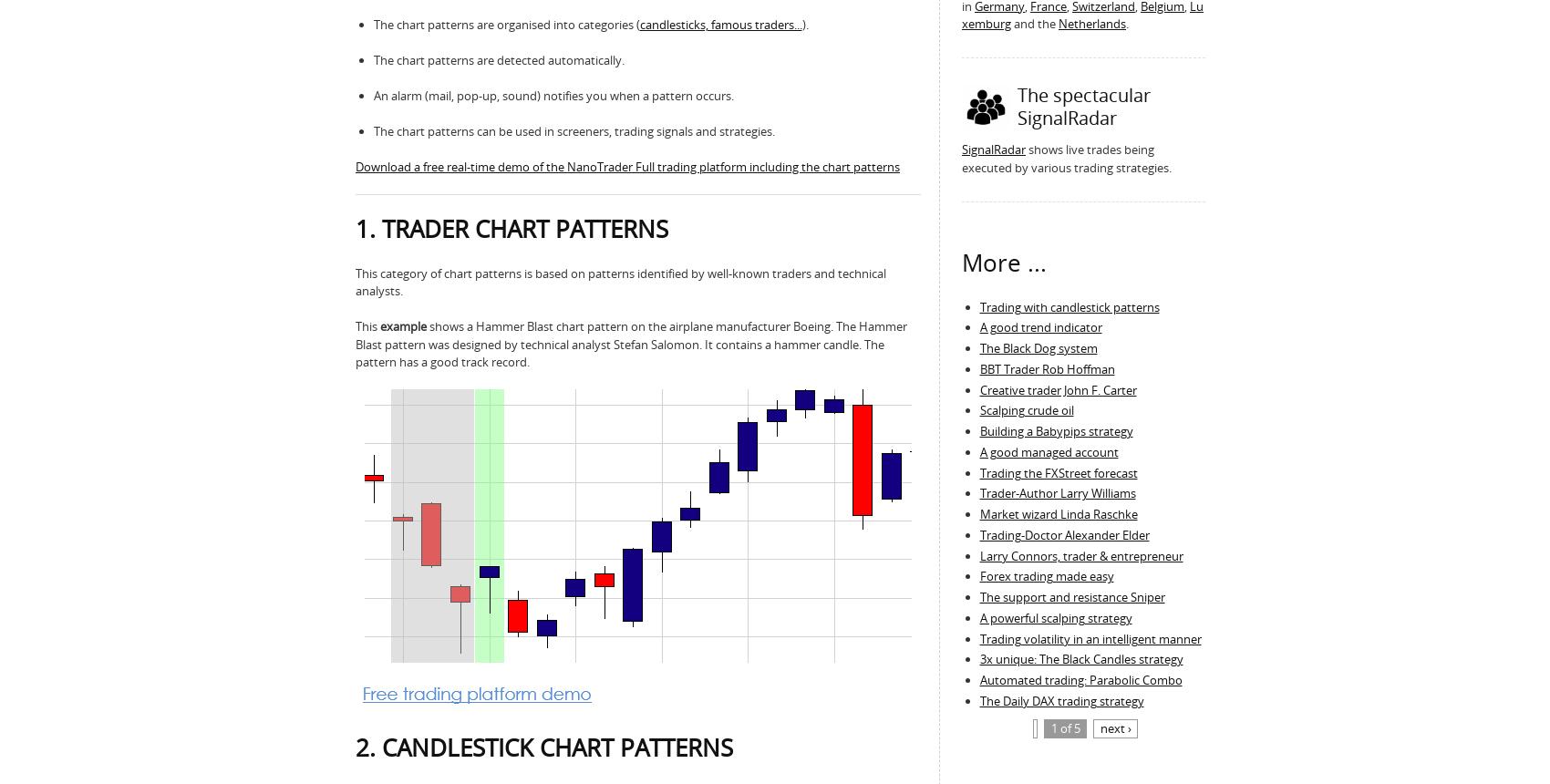  Describe the element at coordinates (552, 93) in the screenshot. I see `'An alarm (mail, pop-up, sound) notifies you when a pattern occurs.'` at that location.